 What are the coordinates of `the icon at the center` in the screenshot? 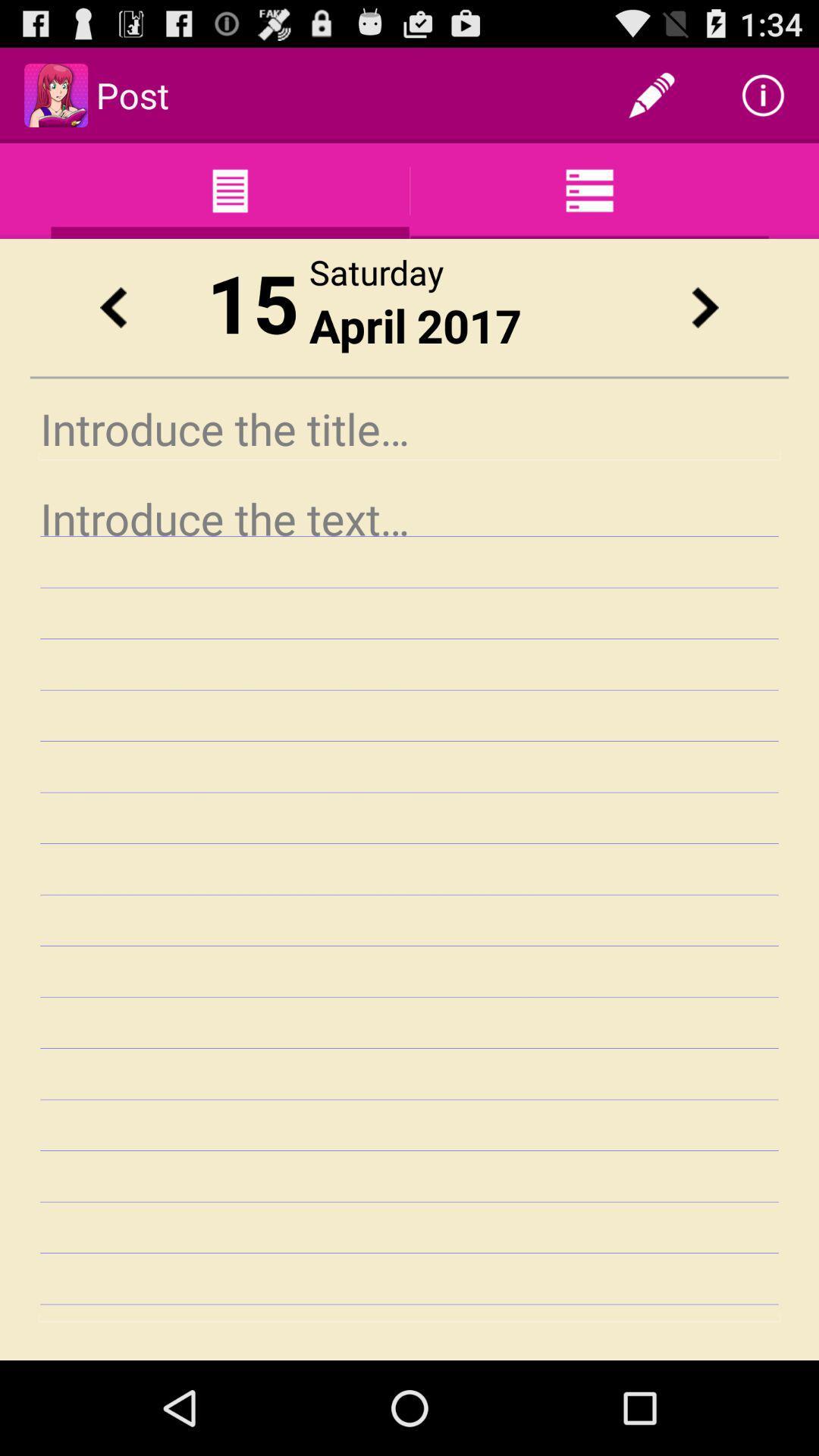 It's located at (409, 904).